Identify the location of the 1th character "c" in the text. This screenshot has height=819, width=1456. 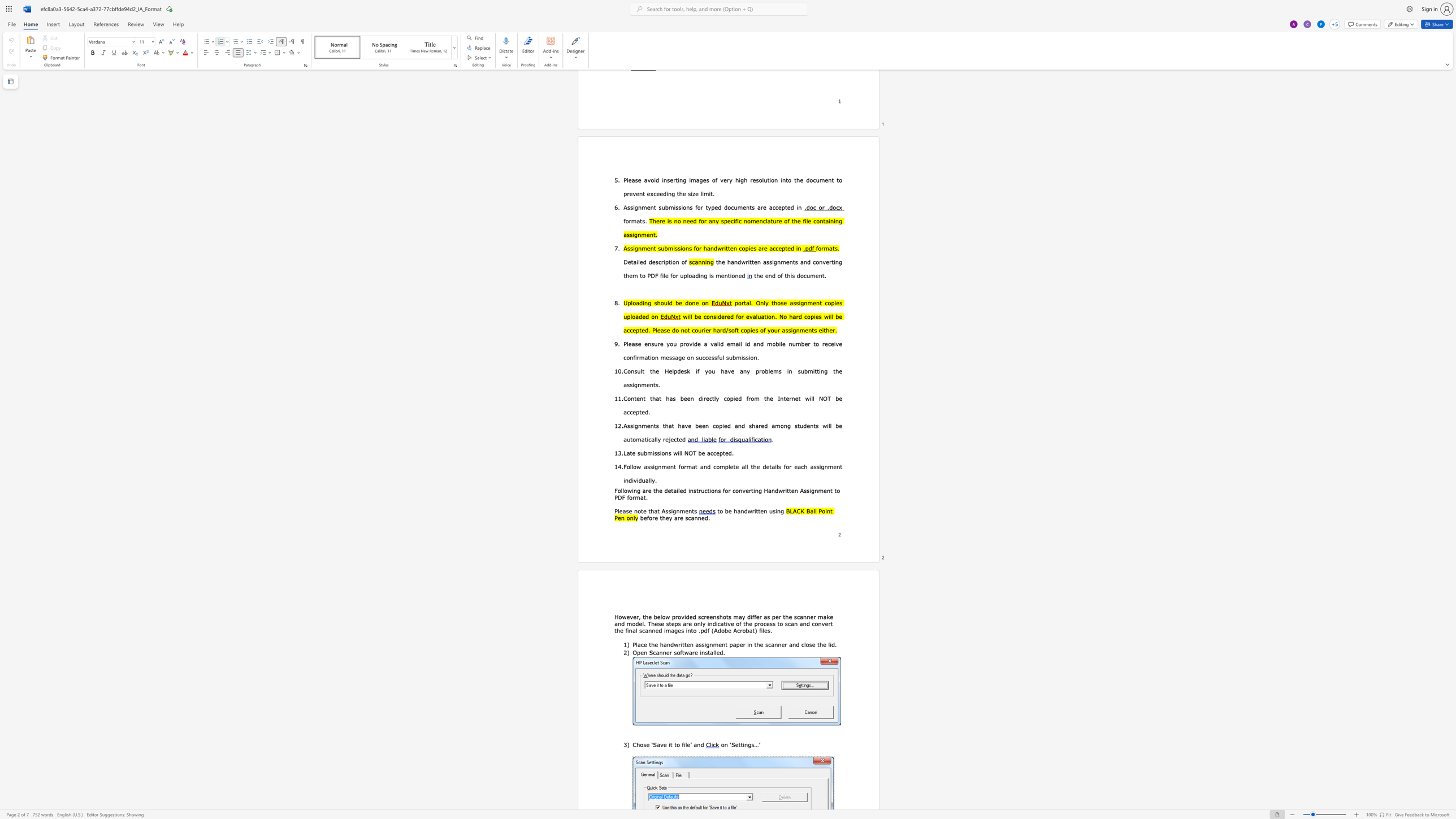
(714, 466).